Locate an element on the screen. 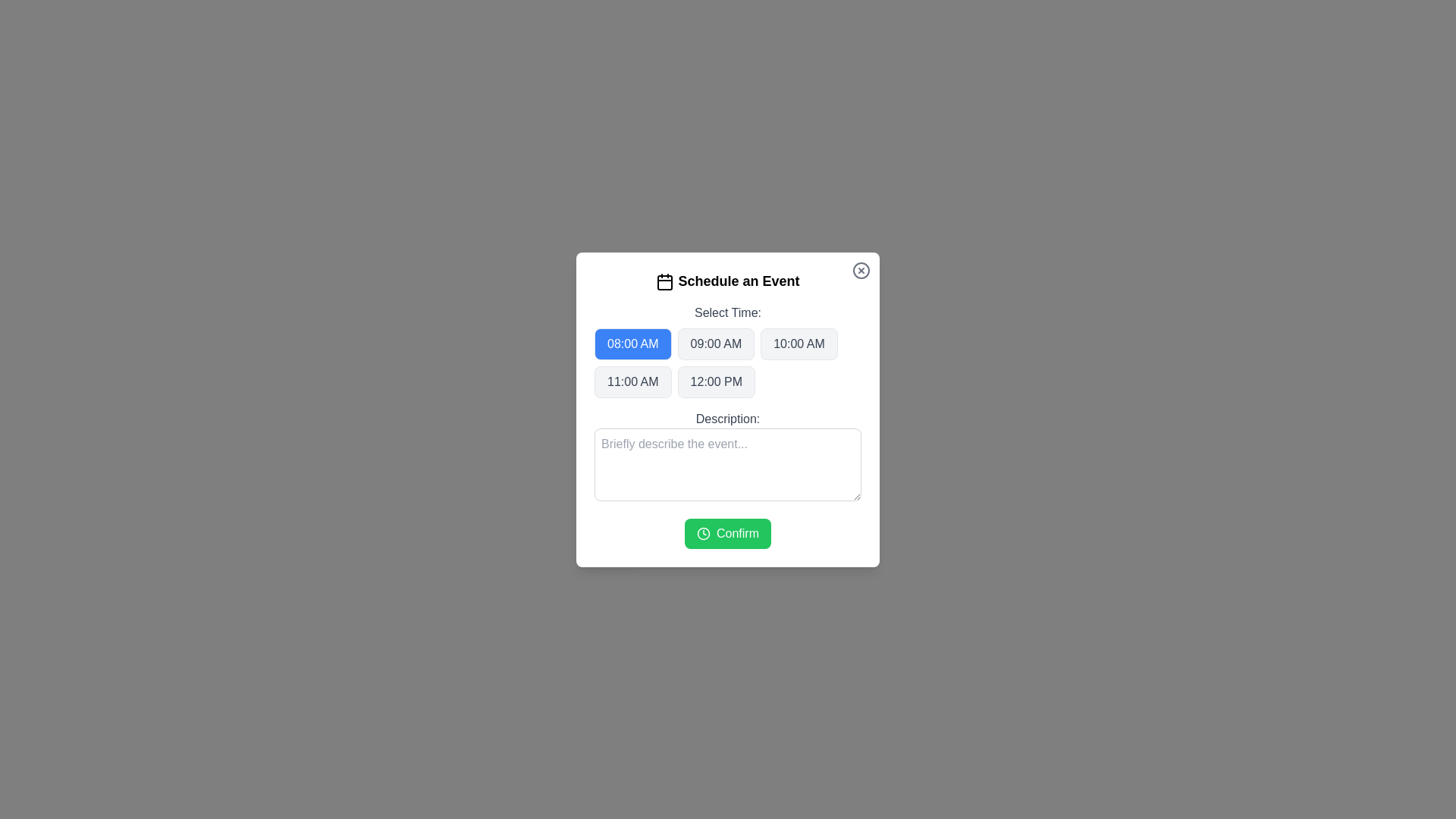 This screenshot has width=1456, height=819. the Button group arranged in a grid layout below the label 'Select Time:' using keyboard tab/arrow keys is located at coordinates (728, 362).